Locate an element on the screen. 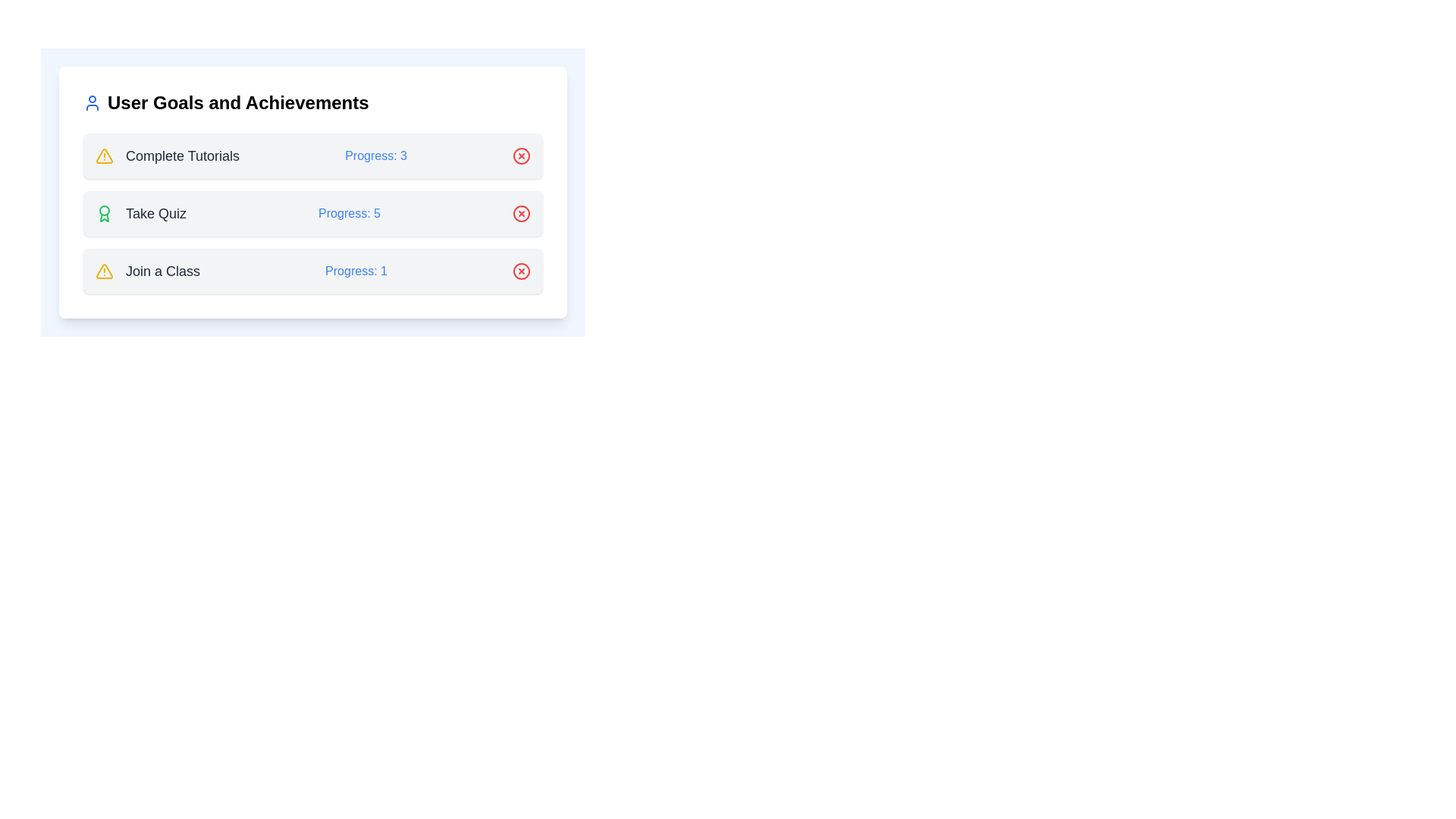  the Text Label that indicates an actionable task or achievement for the user, positioned in the third row of goals between an icon and a progress status is located at coordinates (163, 271).